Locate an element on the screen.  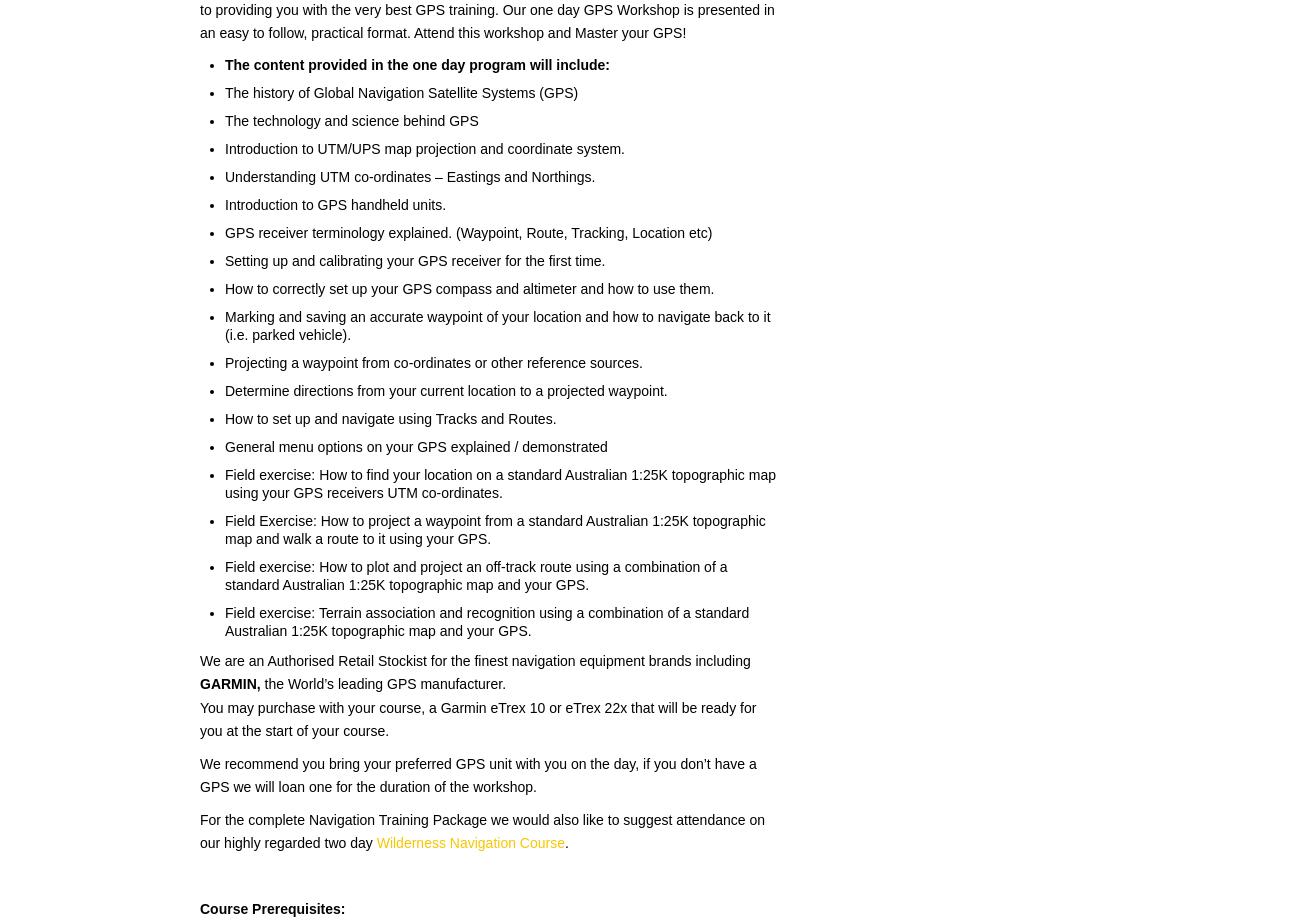
'Field Exercise: How to project a waypoint from a standard Australian 1:25K topographic map and walk a route to it using your GPS.' is located at coordinates (495, 529).